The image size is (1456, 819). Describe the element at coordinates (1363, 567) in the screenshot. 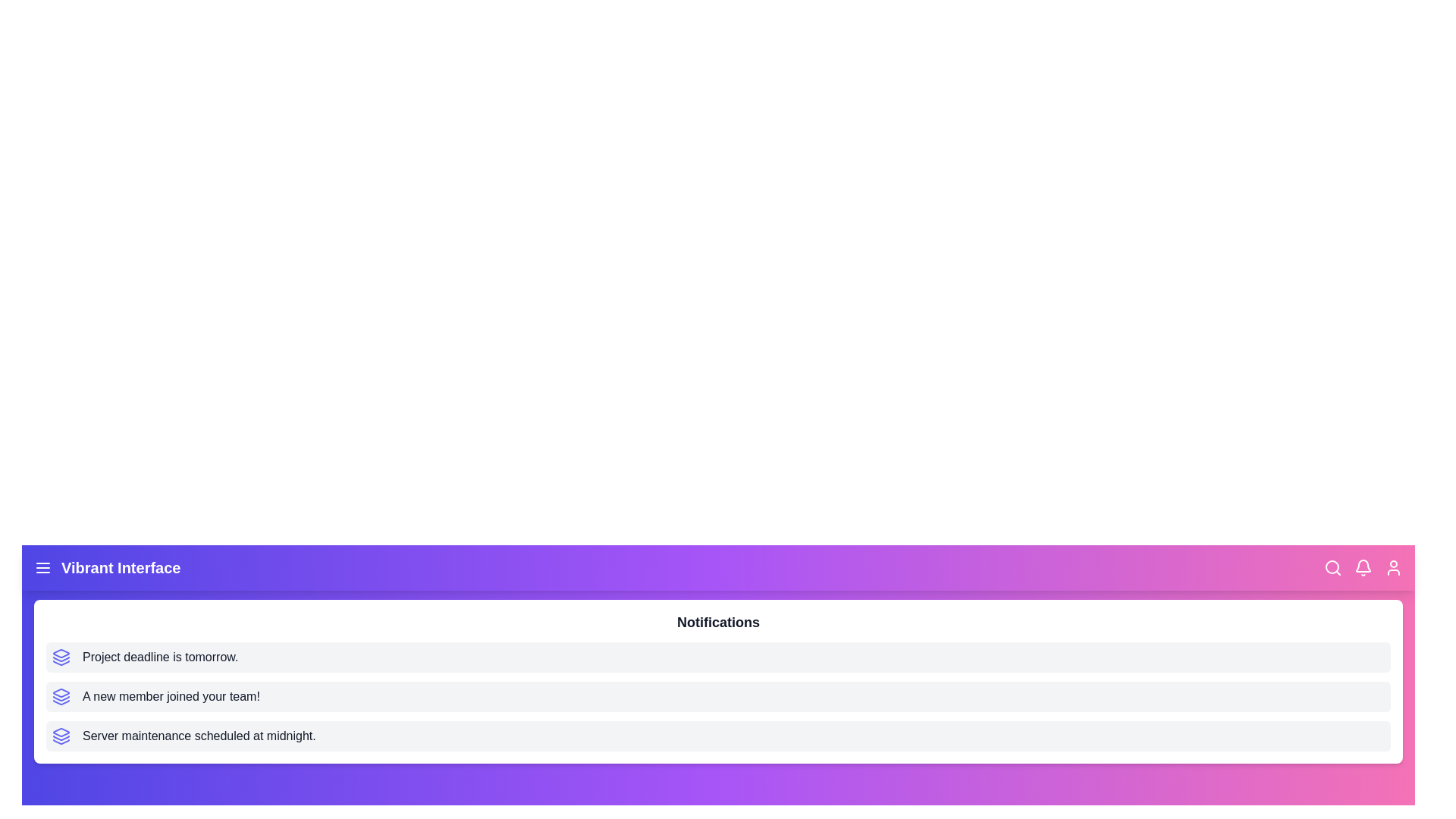

I see `the bell icon to view notifications` at that location.